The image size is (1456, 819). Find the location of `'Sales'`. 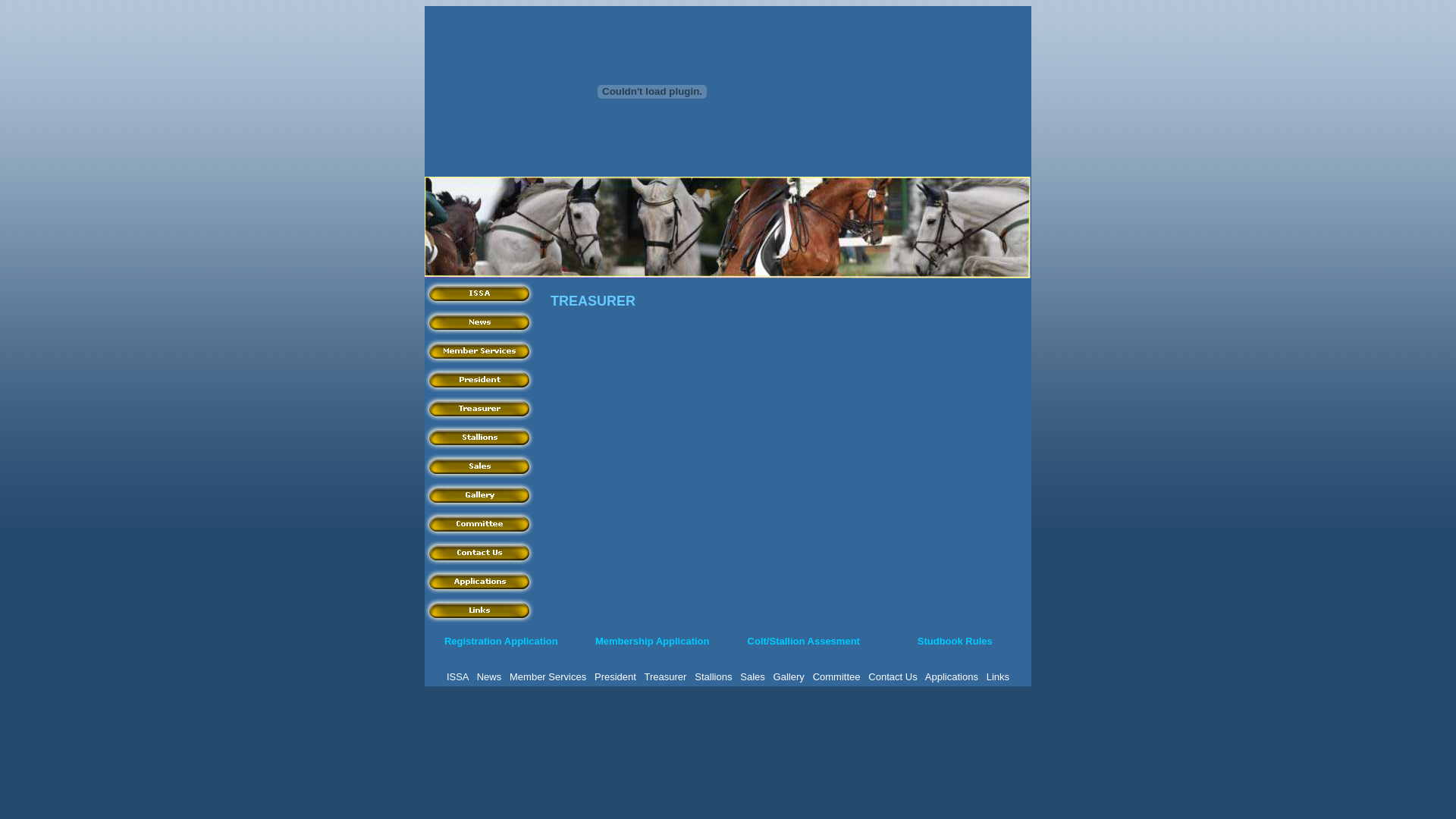

'Sales' is located at coordinates (479, 464).